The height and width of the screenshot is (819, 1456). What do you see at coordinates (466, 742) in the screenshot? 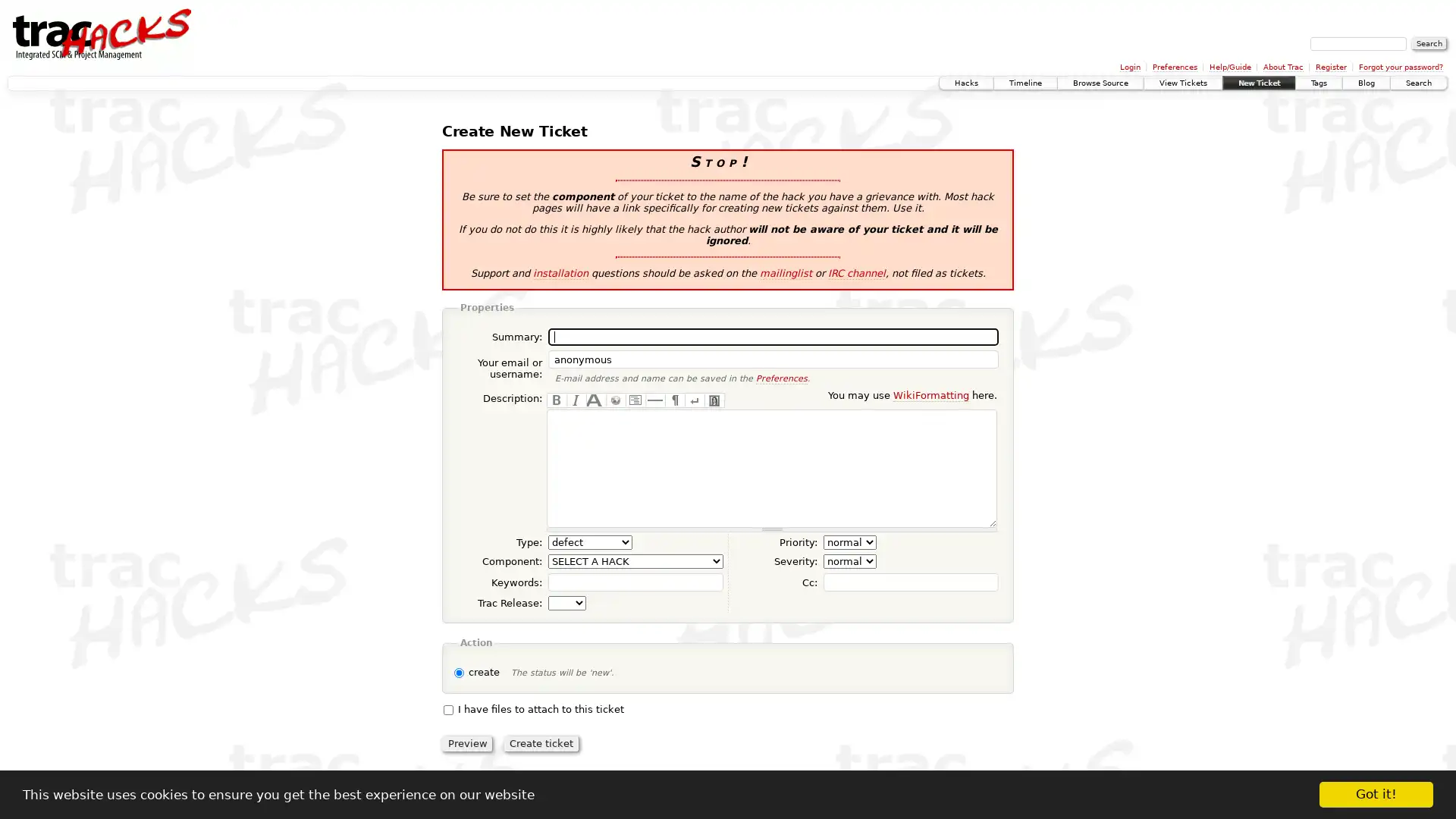
I see `Preview` at bounding box center [466, 742].